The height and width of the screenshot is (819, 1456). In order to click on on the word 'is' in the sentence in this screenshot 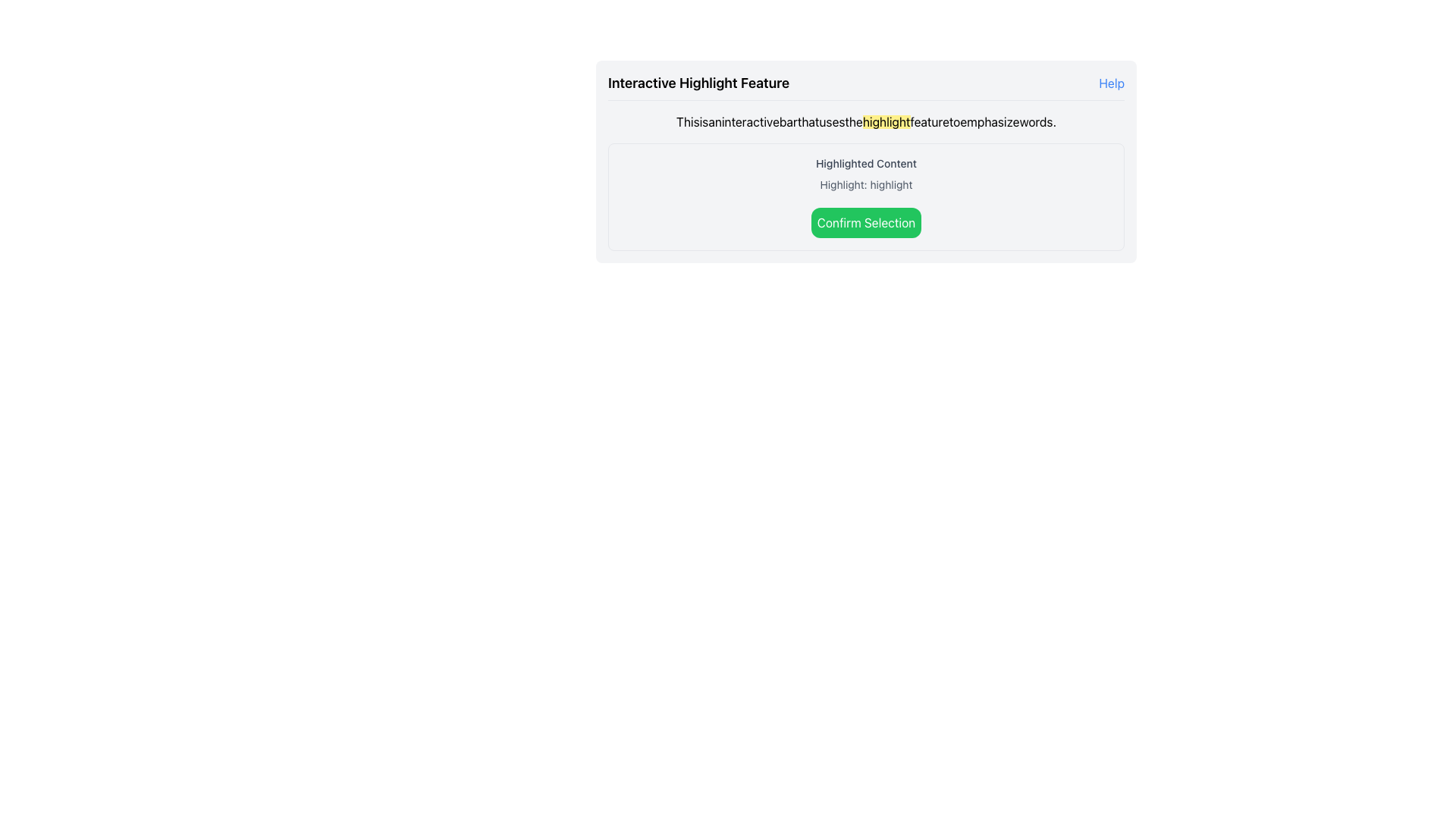, I will do `click(702, 121)`.